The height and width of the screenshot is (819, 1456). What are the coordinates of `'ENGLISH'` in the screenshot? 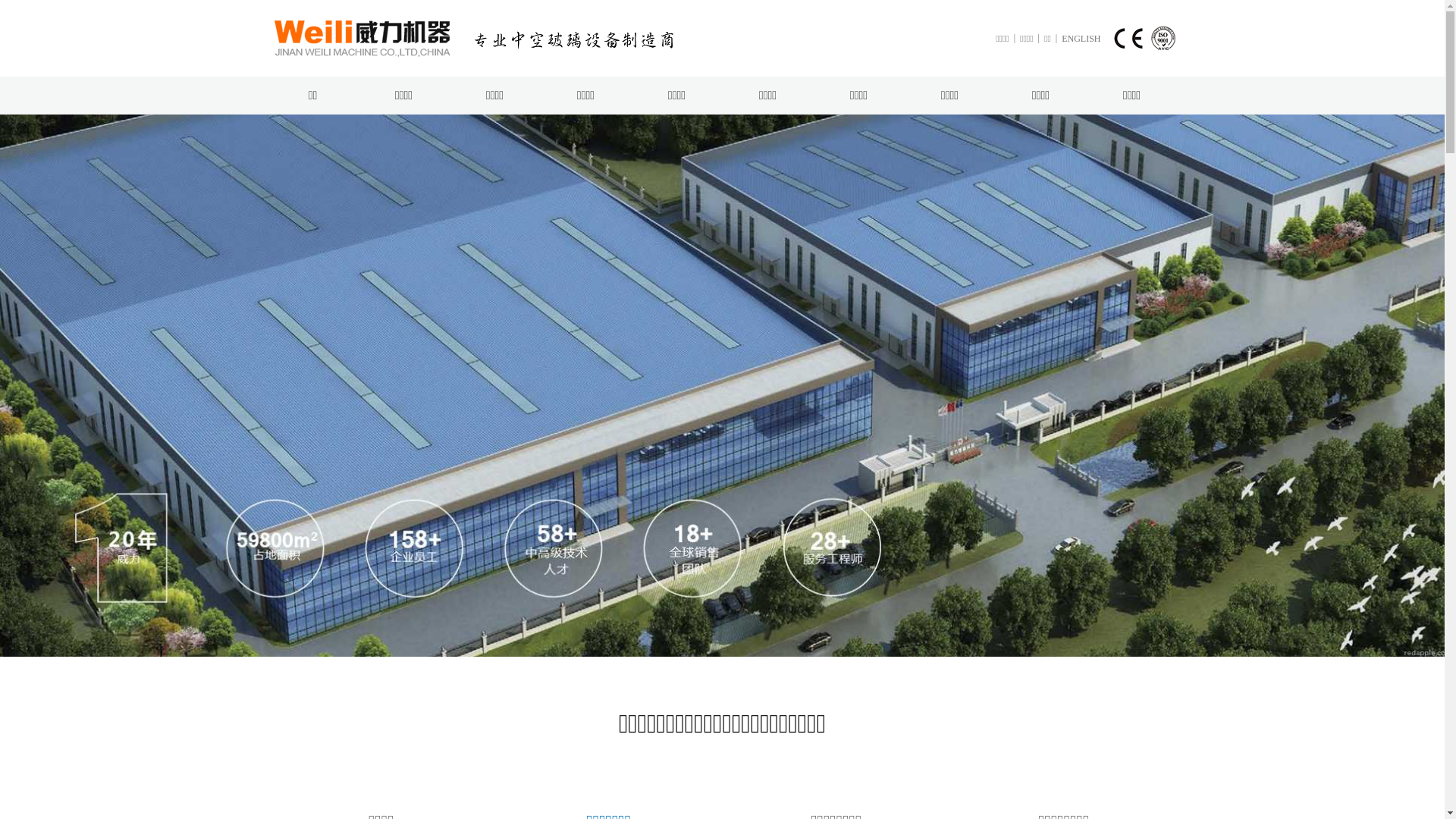 It's located at (1080, 37).